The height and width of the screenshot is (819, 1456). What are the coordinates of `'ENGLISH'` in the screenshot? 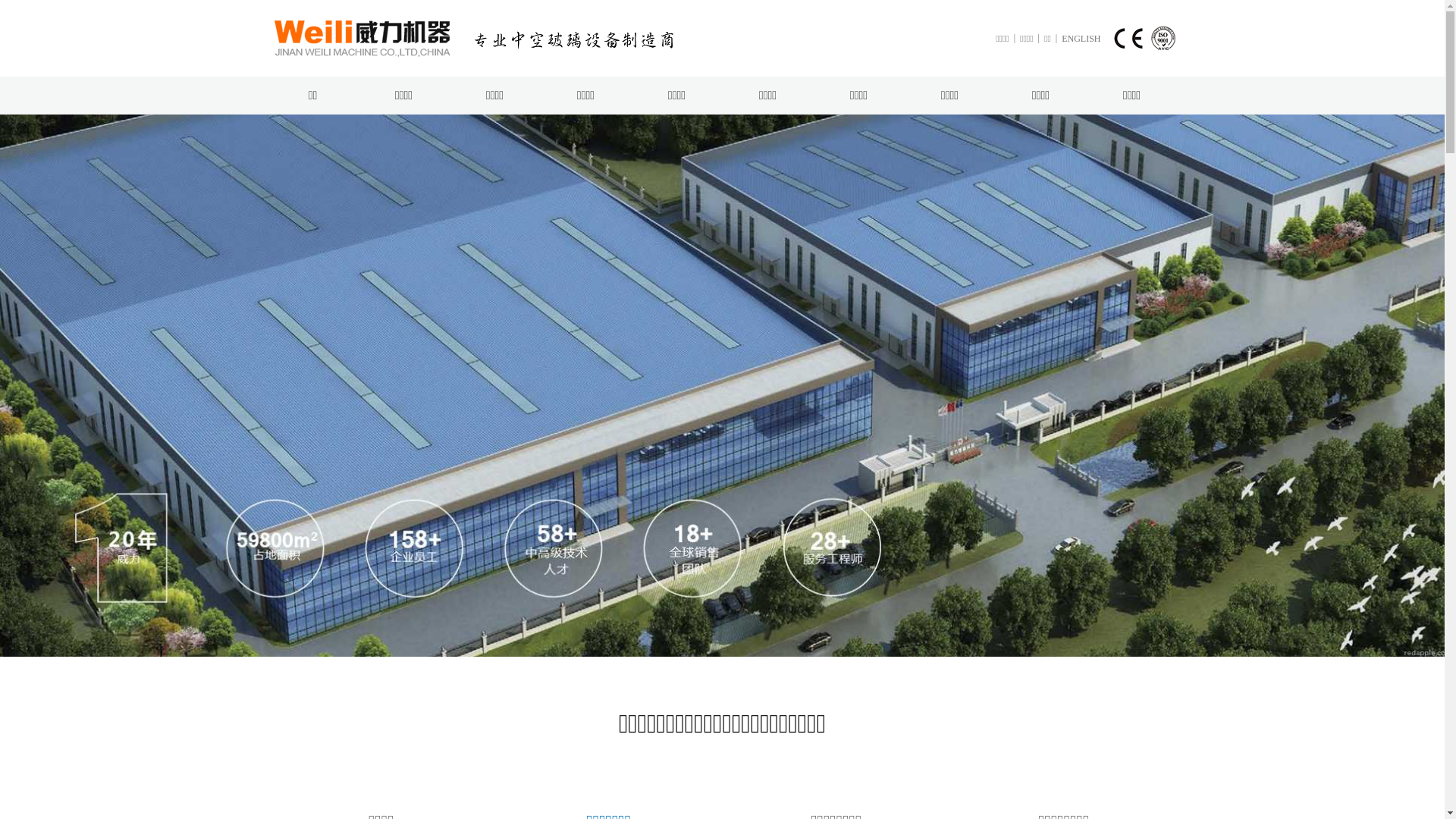 It's located at (1080, 37).